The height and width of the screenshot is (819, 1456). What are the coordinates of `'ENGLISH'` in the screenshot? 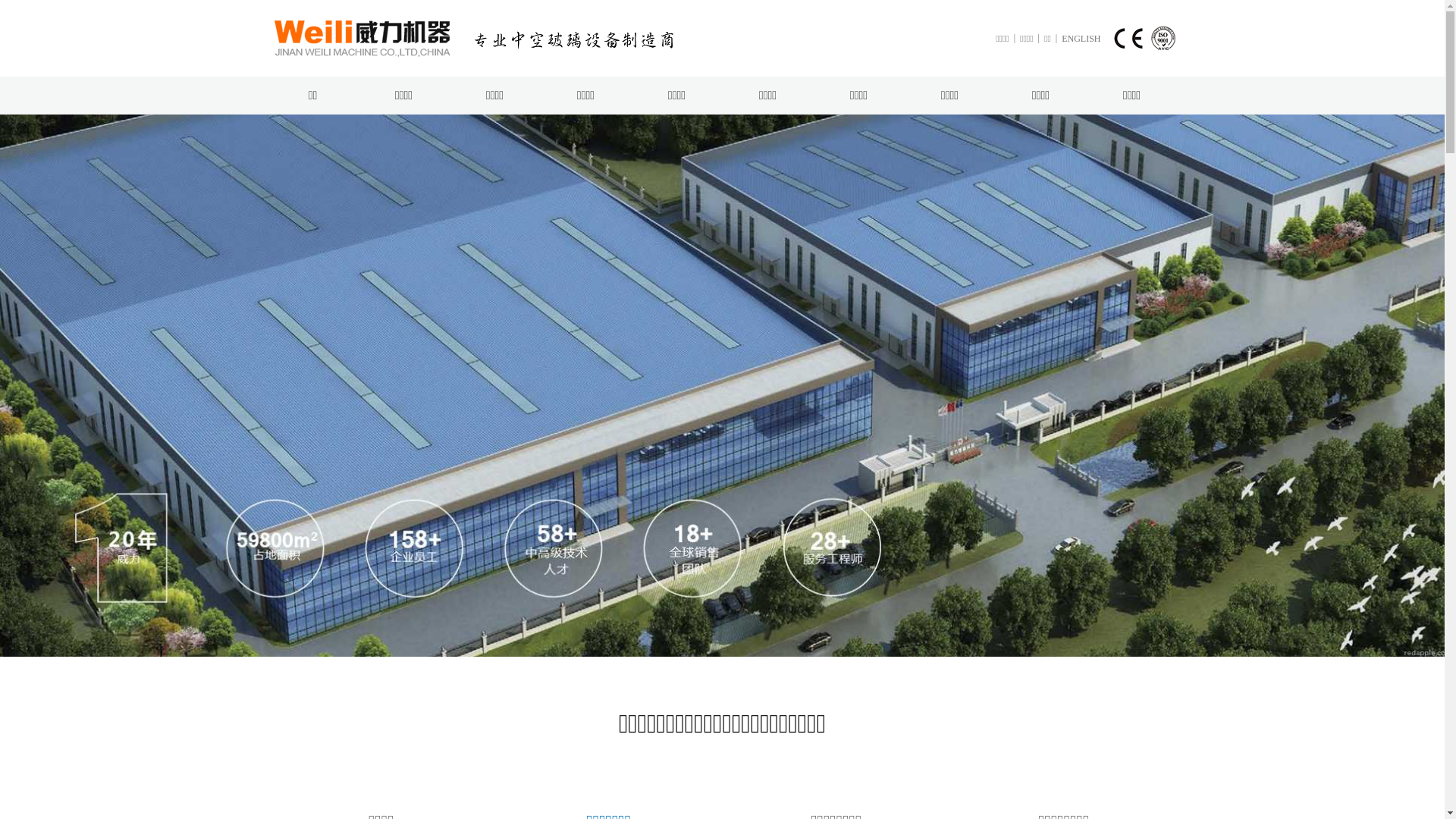 It's located at (1080, 37).